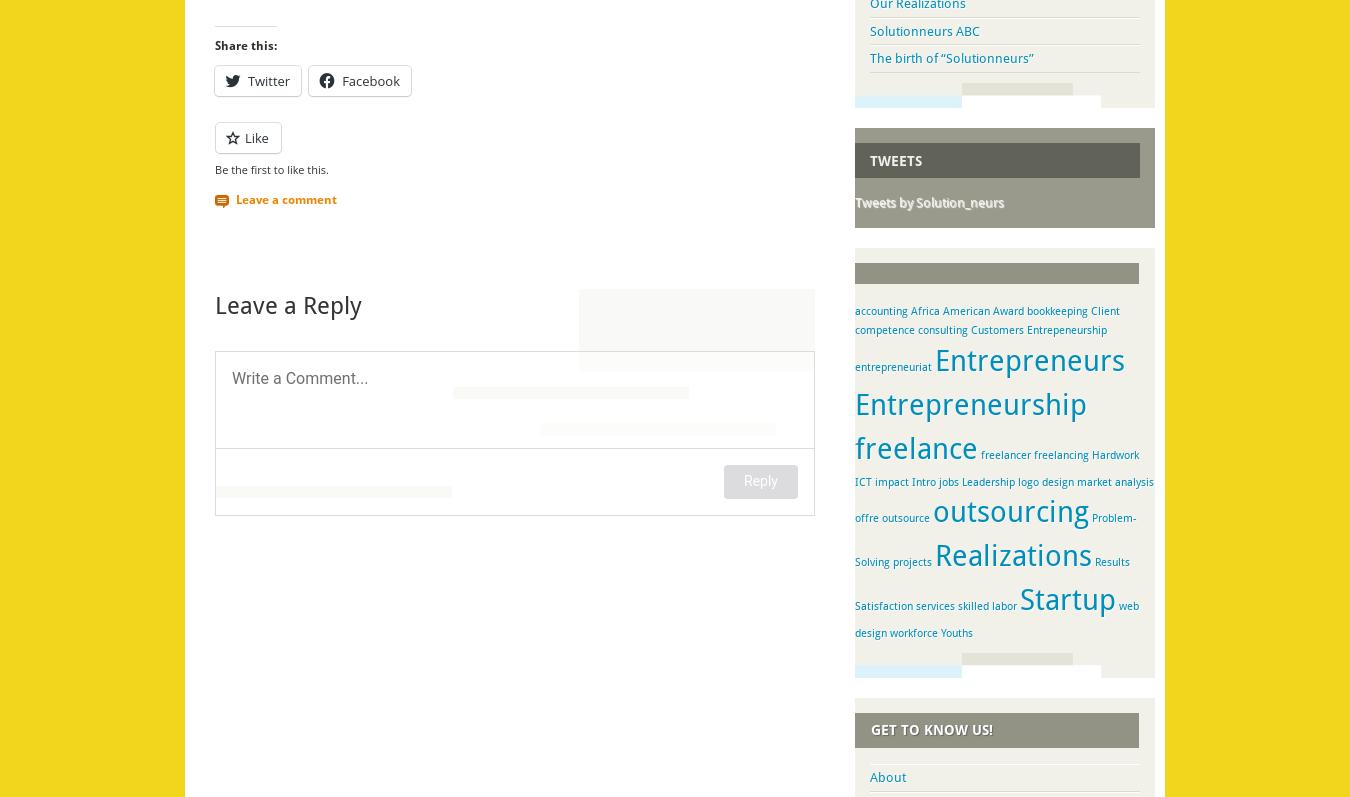 This screenshot has height=797, width=1350. Describe the element at coordinates (1013, 554) in the screenshot. I see `'Realizations'` at that location.